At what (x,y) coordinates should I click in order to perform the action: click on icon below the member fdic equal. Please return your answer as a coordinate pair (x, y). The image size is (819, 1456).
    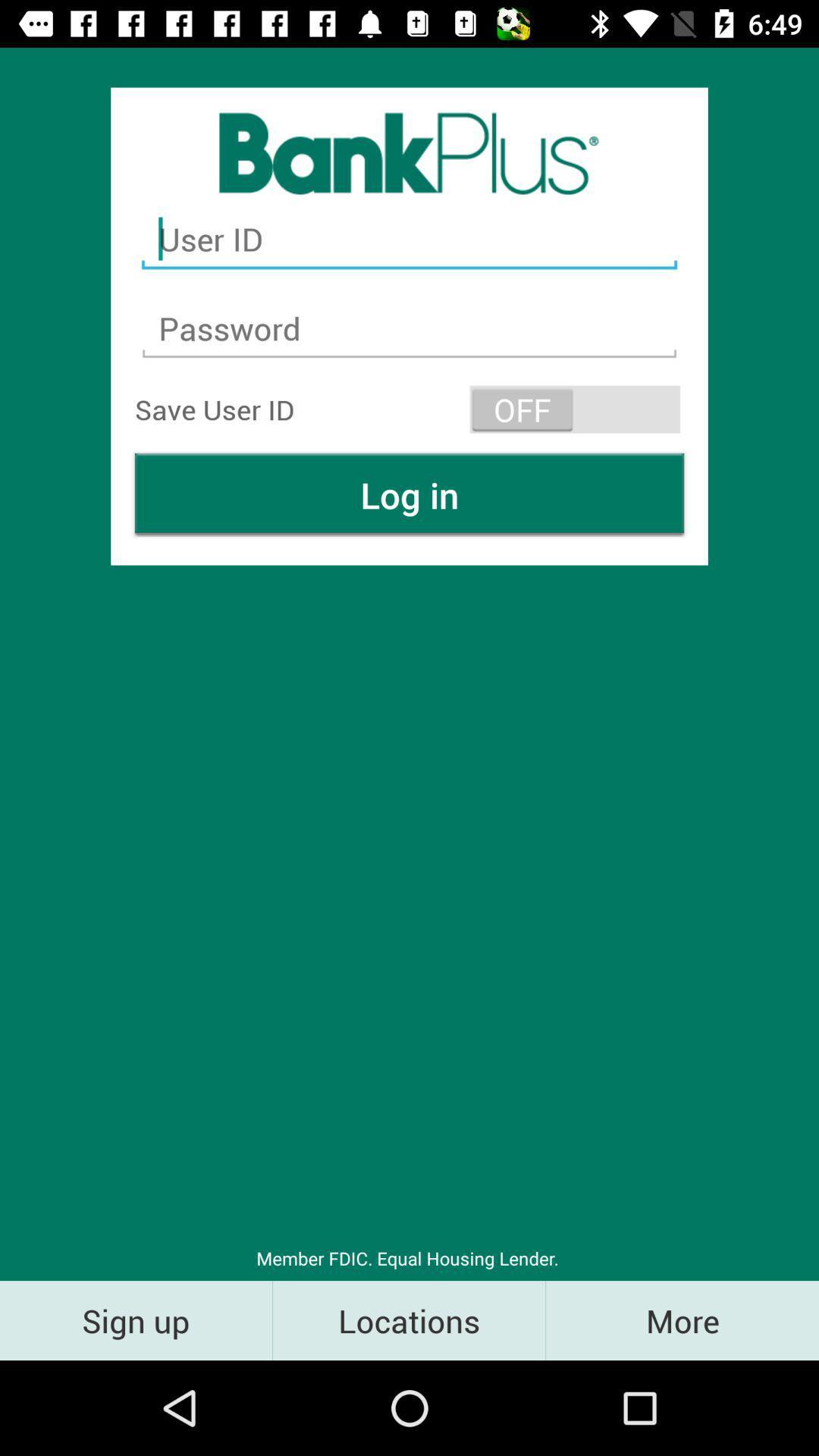
    Looking at the image, I should click on (408, 1319).